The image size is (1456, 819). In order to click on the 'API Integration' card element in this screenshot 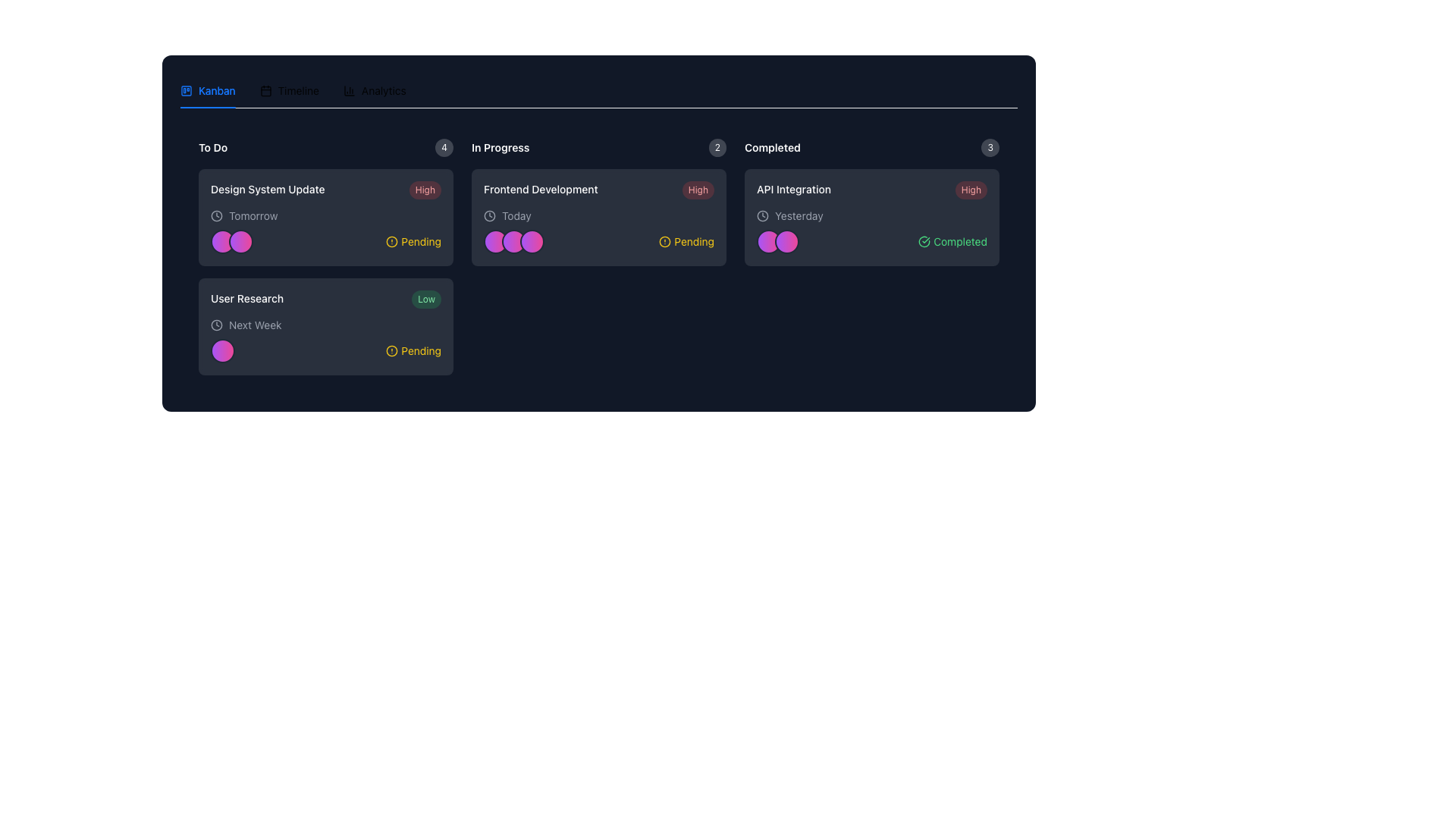, I will do `click(872, 217)`.